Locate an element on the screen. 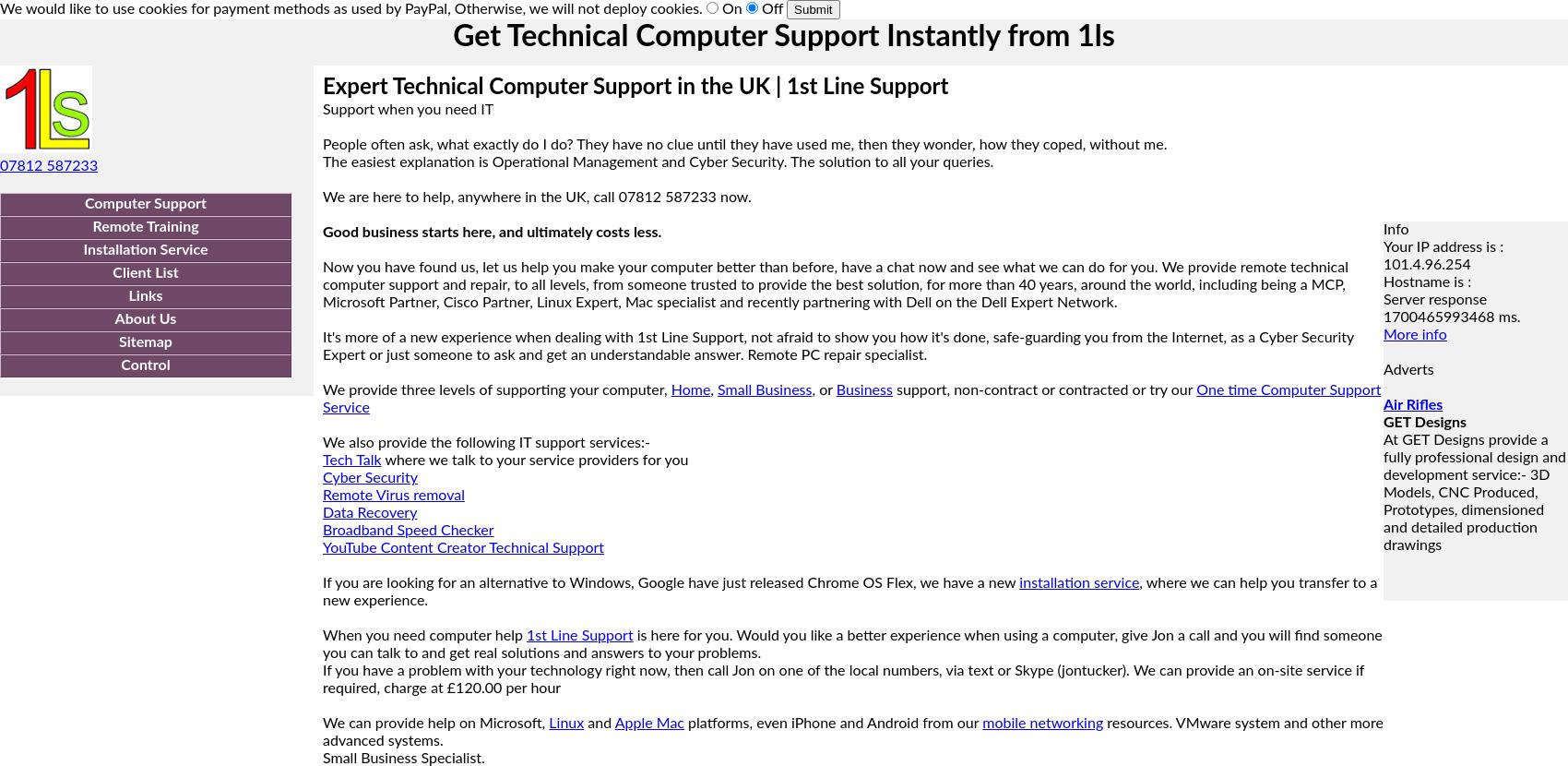 Image resolution: width=1568 pixels, height=766 pixels. 'Sitemap' is located at coordinates (144, 342).